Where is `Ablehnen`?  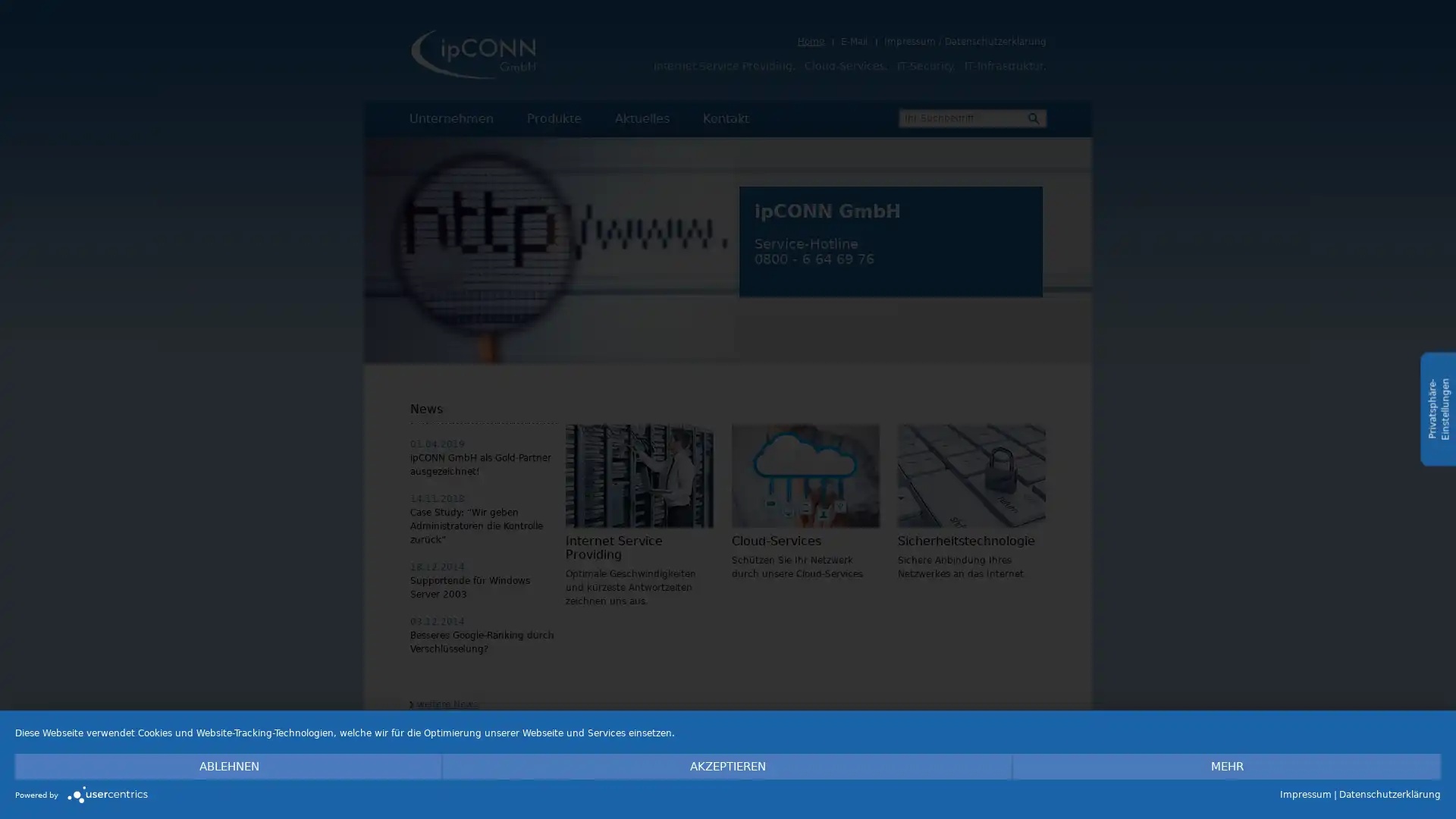 Ablehnen is located at coordinates (228, 766).